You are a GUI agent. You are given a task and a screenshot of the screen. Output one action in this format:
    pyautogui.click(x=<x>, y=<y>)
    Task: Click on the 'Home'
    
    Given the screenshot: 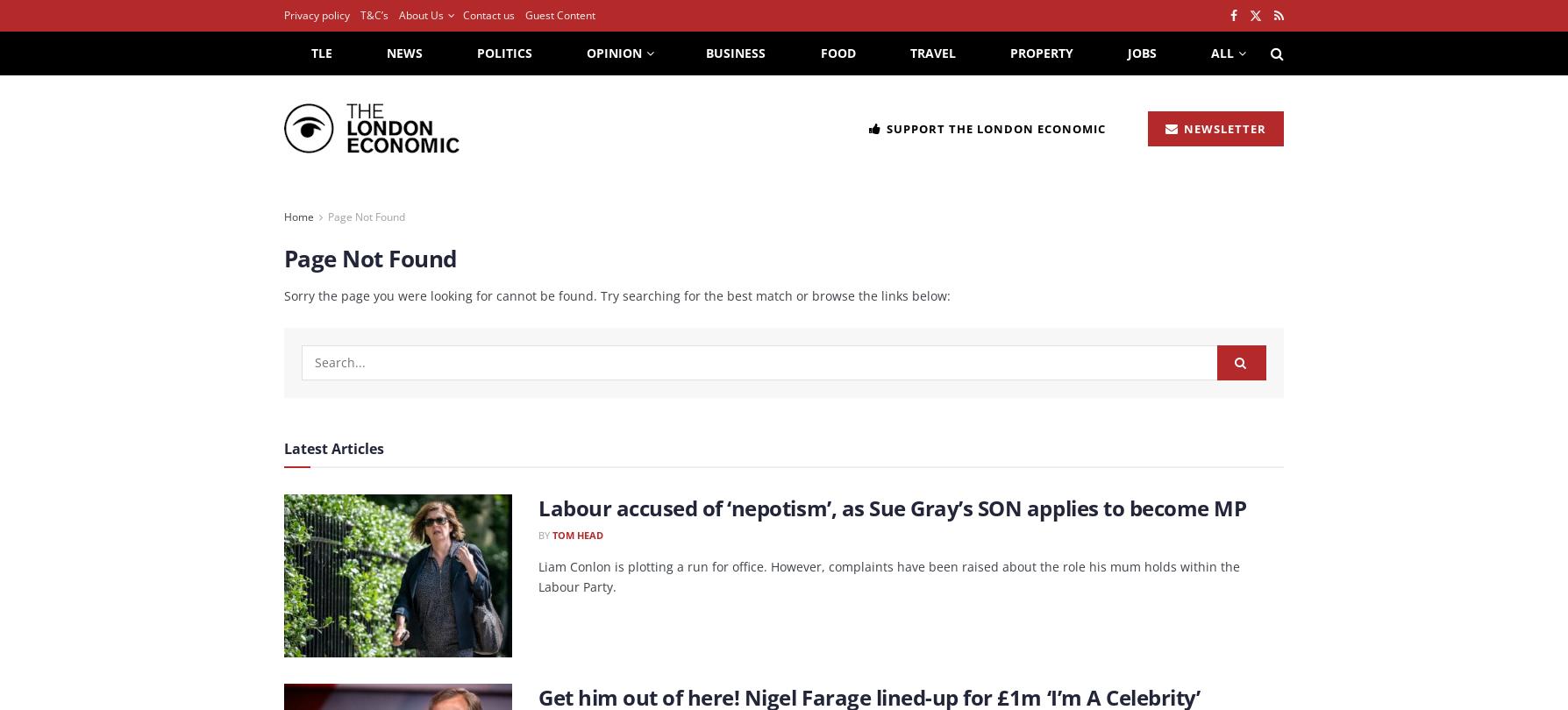 What is the action you would take?
    pyautogui.click(x=282, y=216)
    